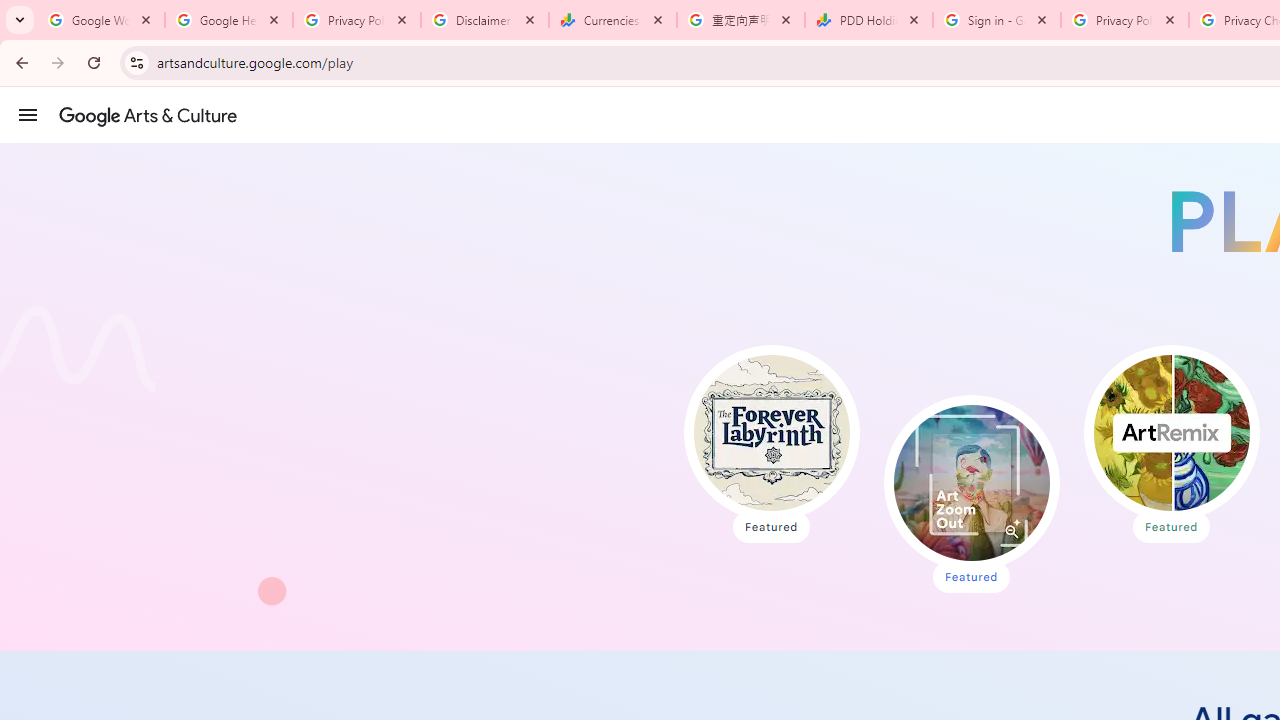 This screenshot has height=720, width=1280. What do you see at coordinates (770, 432) in the screenshot?
I see `'The Forever Labyrinth'` at bounding box center [770, 432].